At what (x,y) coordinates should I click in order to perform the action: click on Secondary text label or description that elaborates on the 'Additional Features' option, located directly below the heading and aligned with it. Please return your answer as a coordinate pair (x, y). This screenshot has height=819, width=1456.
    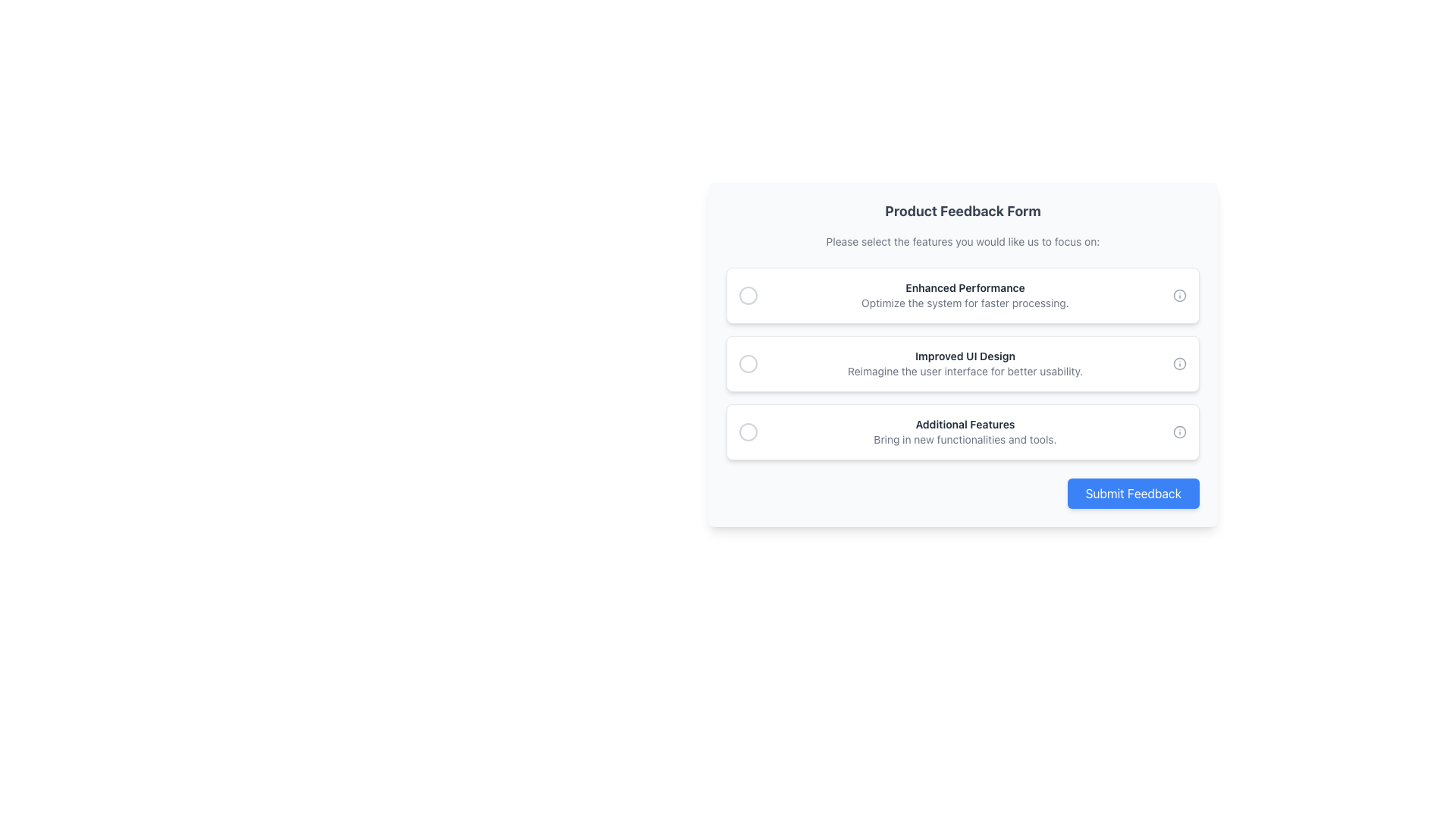
    Looking at the image, I should click on (964, 439).